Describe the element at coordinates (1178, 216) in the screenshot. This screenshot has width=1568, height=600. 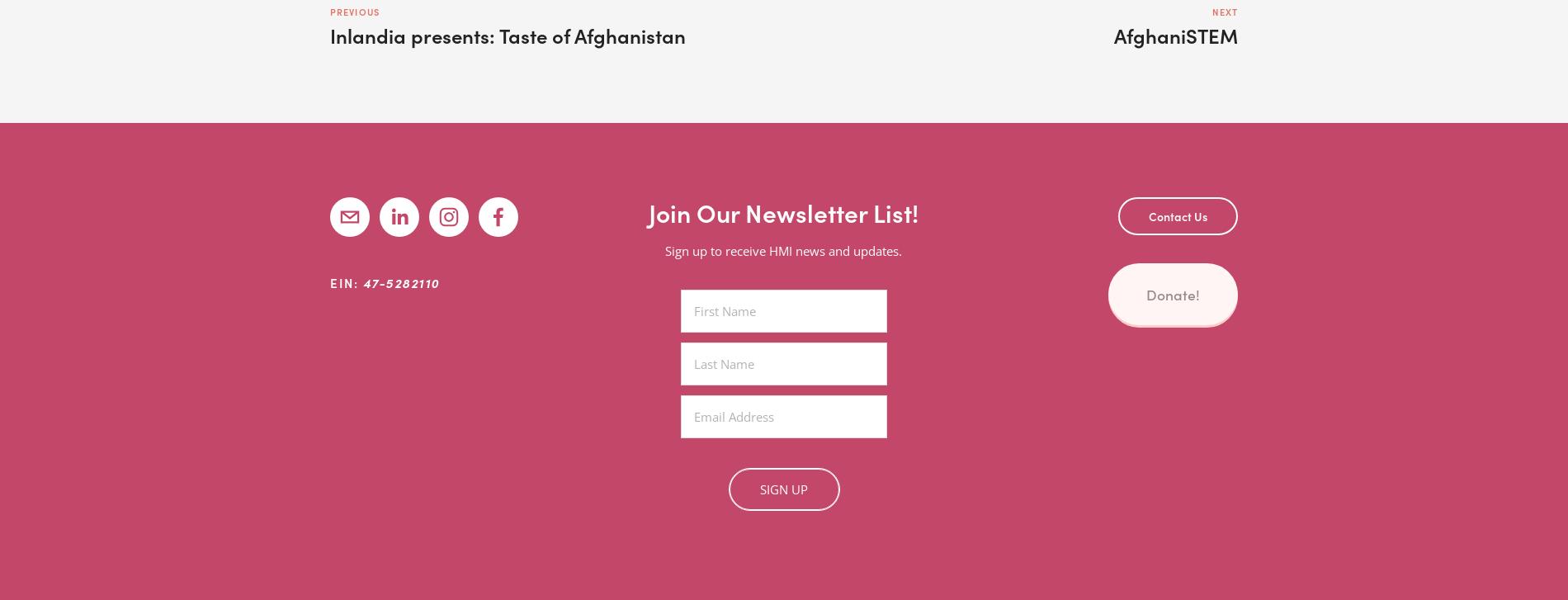
I see `'Contact Us'` at that location.